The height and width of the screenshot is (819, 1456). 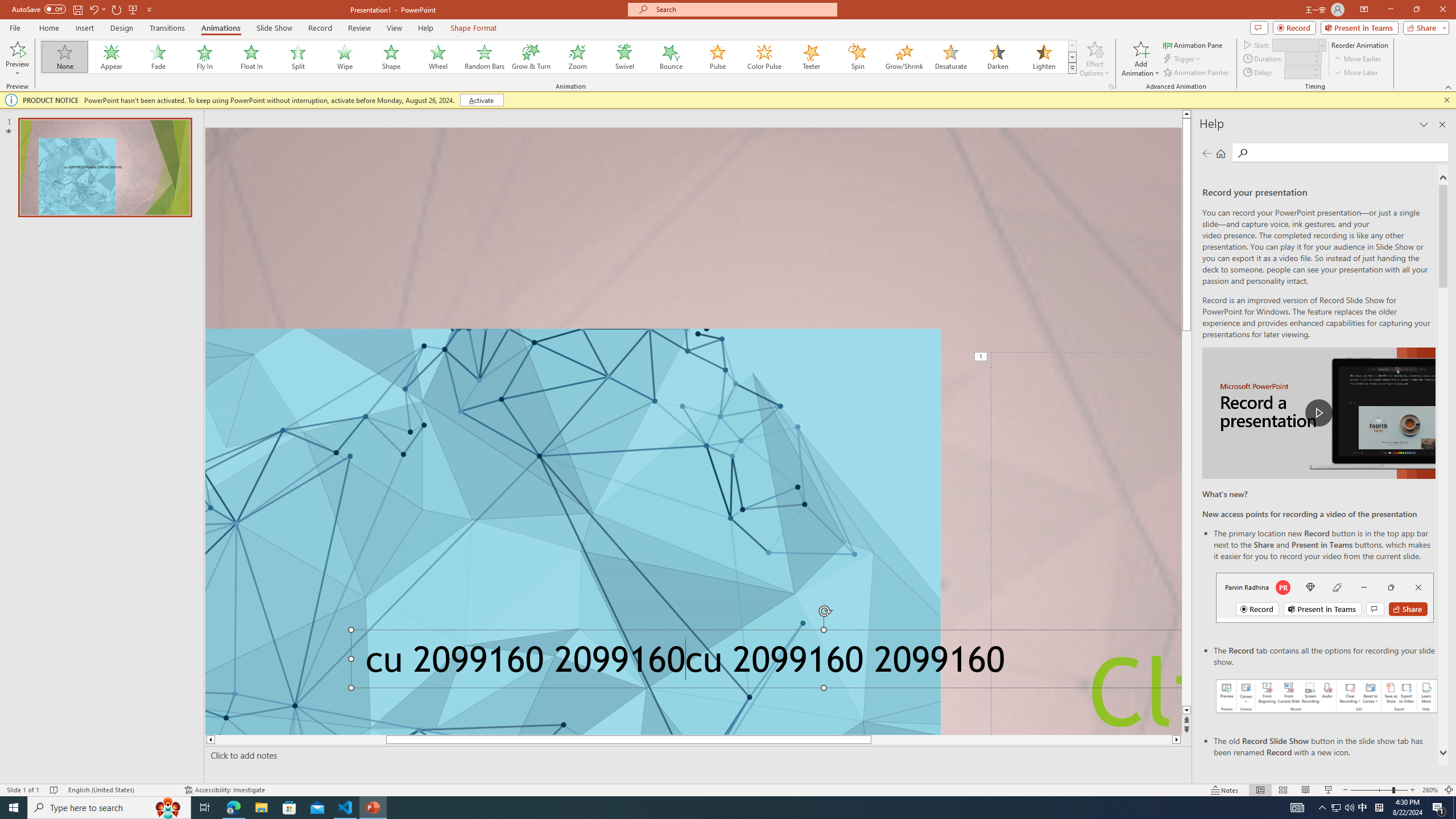 I want to click on 'Color Pulse', so click(x=764, y=56).